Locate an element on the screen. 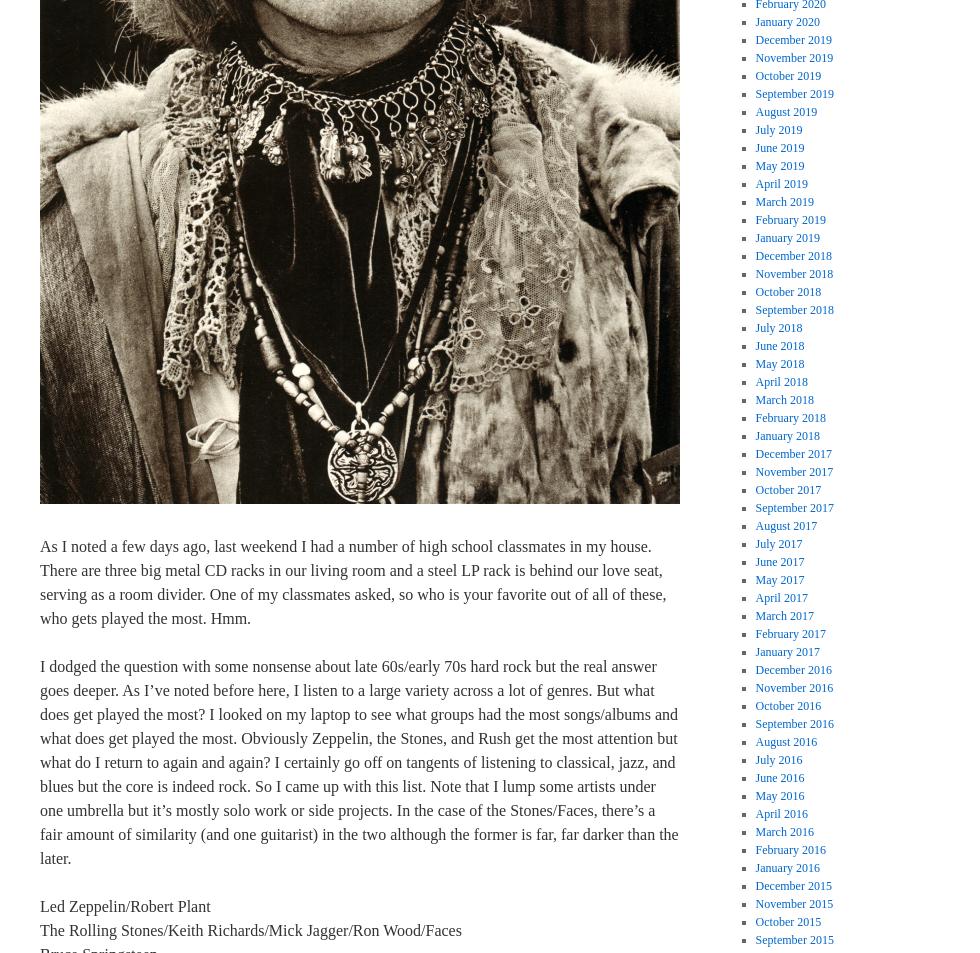  'April 2017' is located at coordinates (780, 598).